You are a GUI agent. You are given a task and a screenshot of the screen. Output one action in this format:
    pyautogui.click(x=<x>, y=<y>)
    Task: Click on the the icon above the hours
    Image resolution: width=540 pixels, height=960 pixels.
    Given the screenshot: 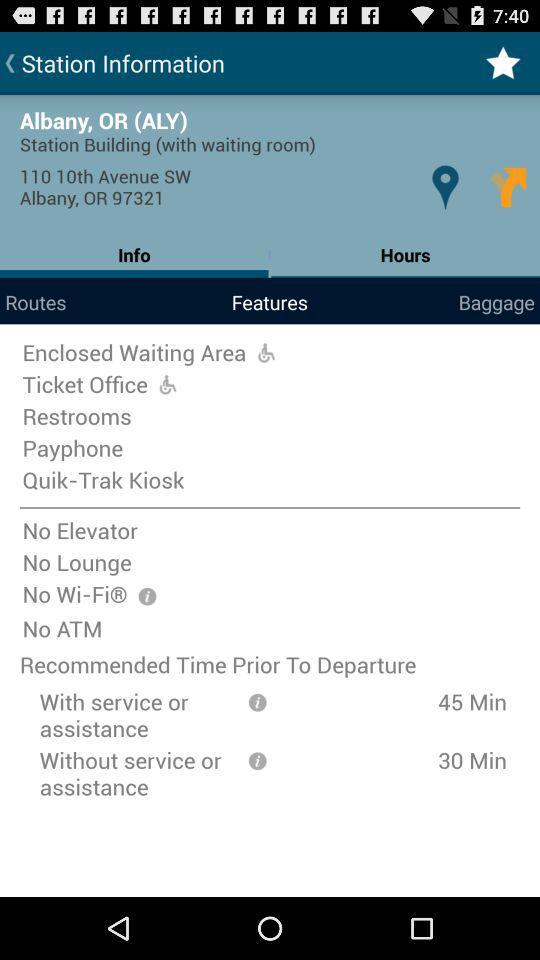 What is the action you would take?
    pyautogui.click(x=445, y=187)
    